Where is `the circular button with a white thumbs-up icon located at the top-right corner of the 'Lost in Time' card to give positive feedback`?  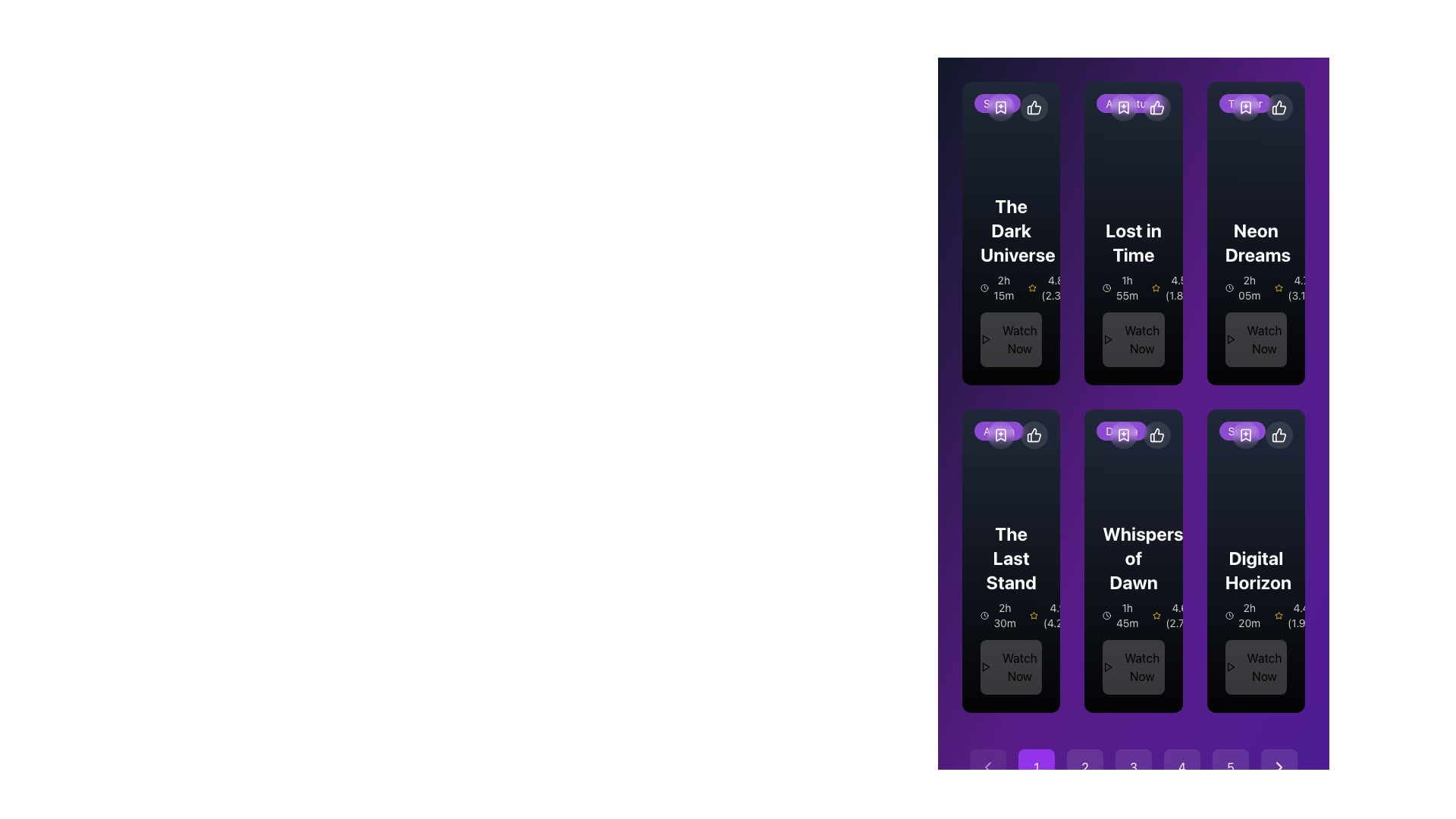
the circular button with a white thumbs-up icon located at the top-right corner of the 'Lost in Time' card to give positive feedback is located at coordinates (1156, 107).